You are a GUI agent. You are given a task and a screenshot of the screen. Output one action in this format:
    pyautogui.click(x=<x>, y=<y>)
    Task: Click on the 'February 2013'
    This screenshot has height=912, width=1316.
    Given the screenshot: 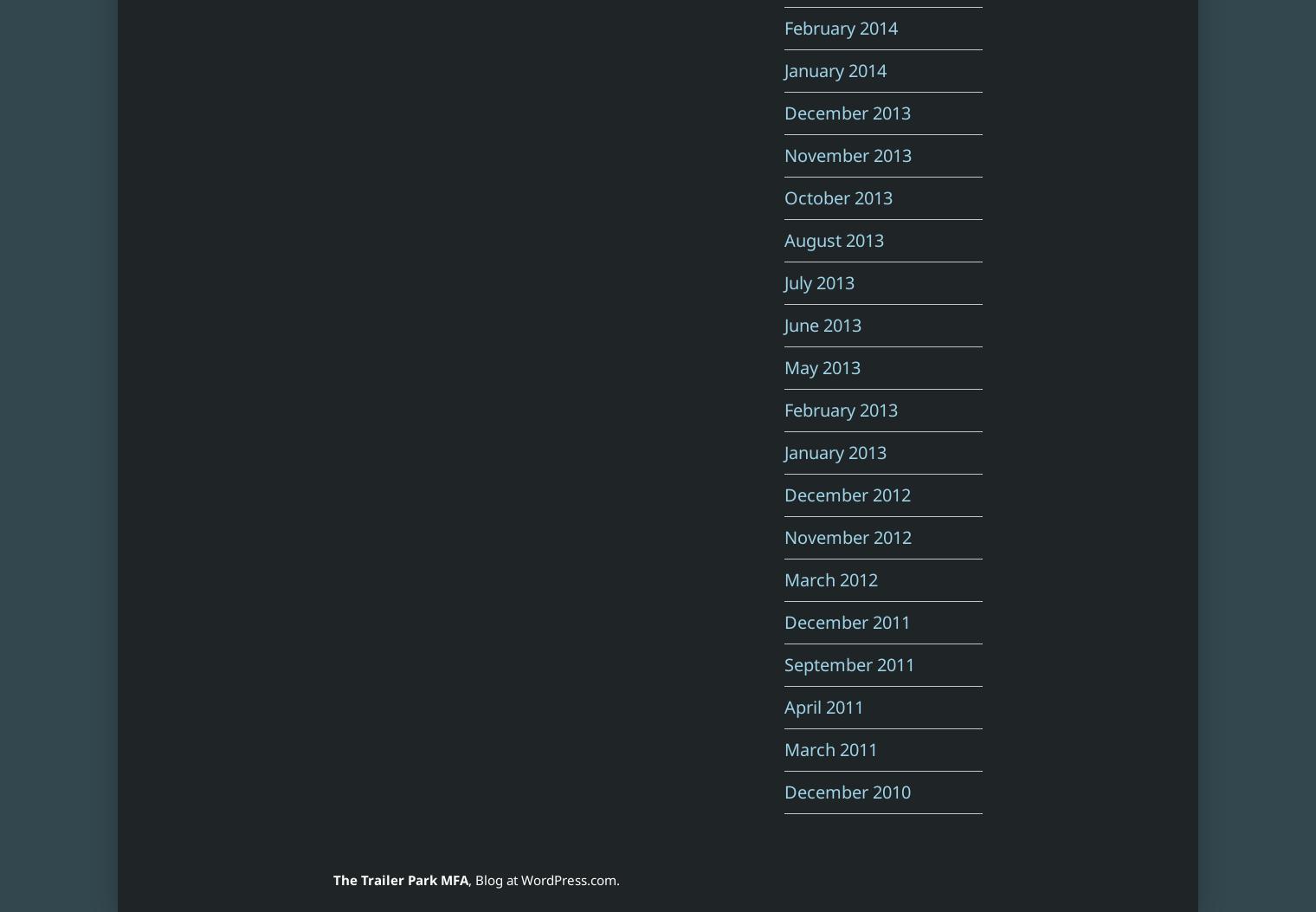 What is the action you would take?
    pyautogui.click(x=840, y=409)
    